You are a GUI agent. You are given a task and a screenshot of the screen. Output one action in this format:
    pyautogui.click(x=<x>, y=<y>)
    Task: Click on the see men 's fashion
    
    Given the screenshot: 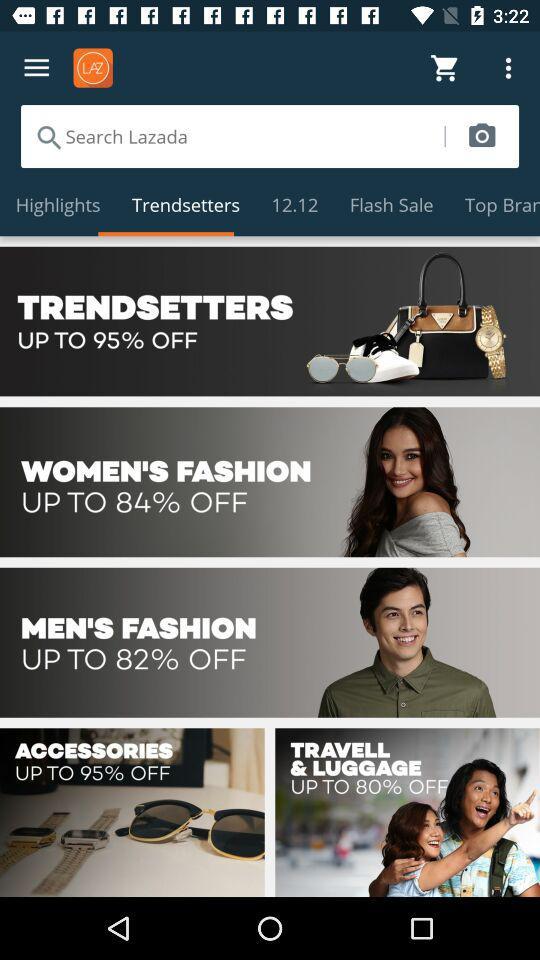 What is the action you would take?
    pyautogui.click(x=270, y=641)
    